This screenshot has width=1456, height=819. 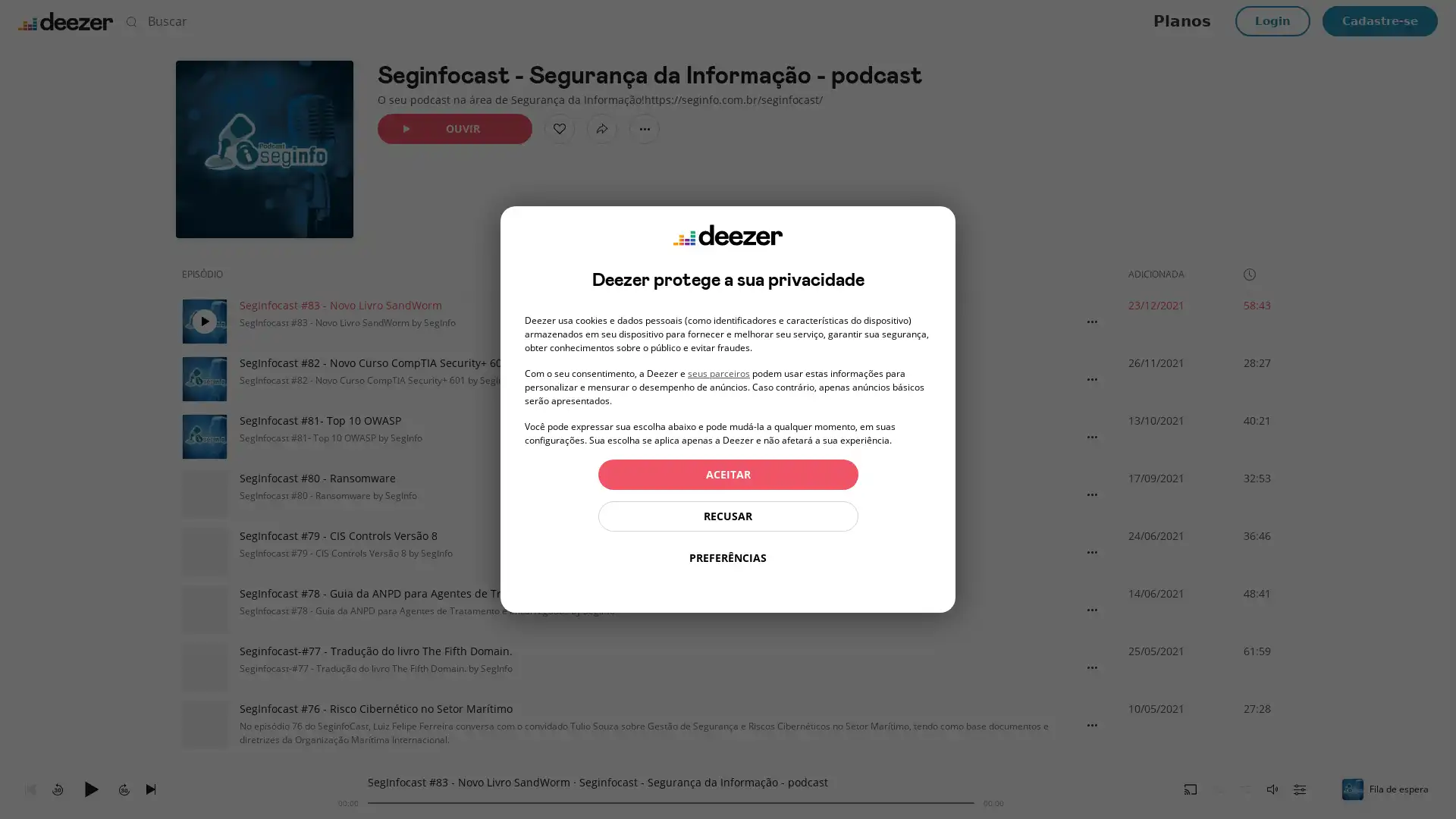 I want to click on OUVIR, so click(x=454, y=127).